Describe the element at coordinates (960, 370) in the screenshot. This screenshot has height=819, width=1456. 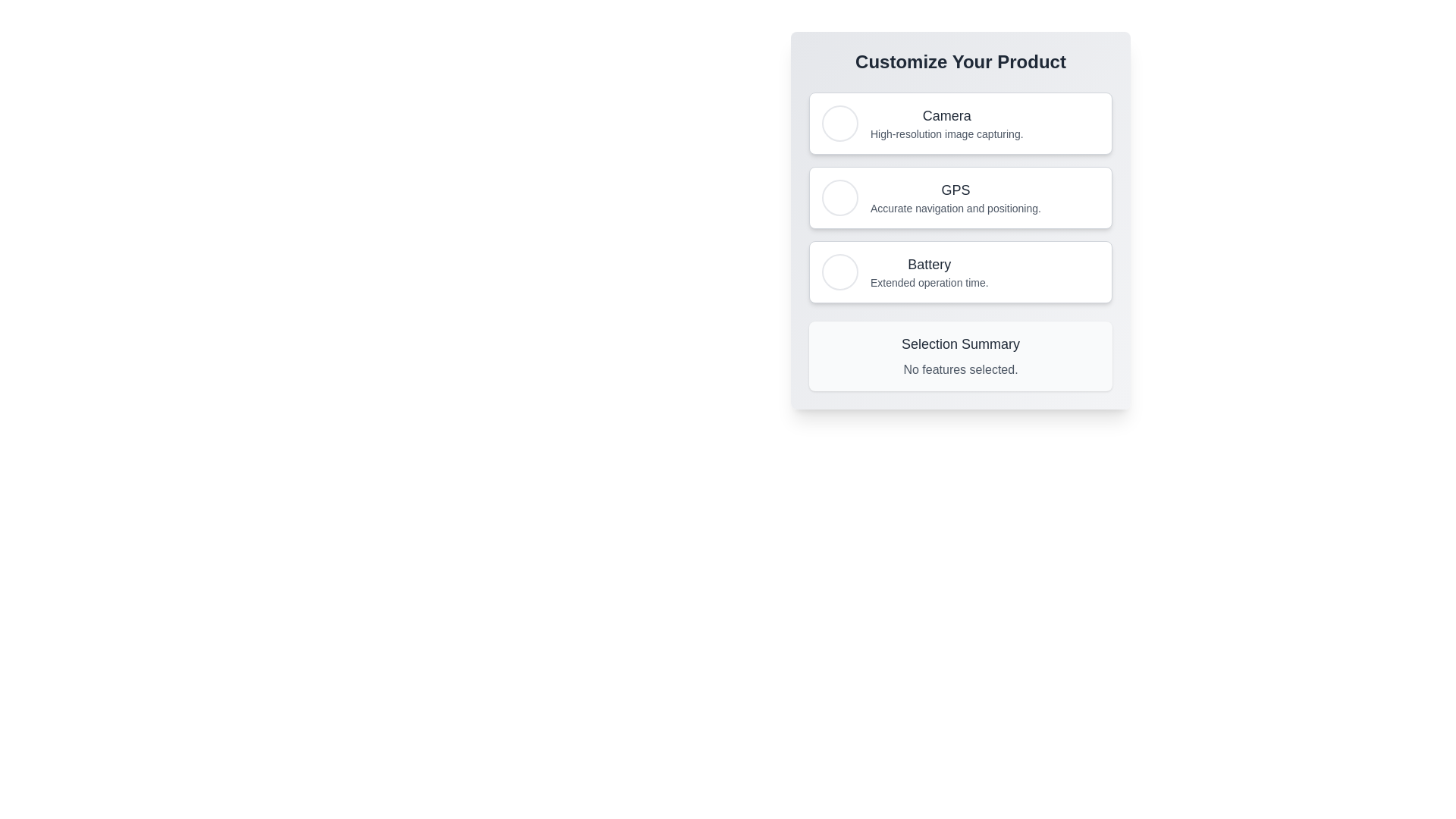
I see `the static text label that informs users that no features have been selected, located within the 'Selection Summary' section, below the title text` at that location.